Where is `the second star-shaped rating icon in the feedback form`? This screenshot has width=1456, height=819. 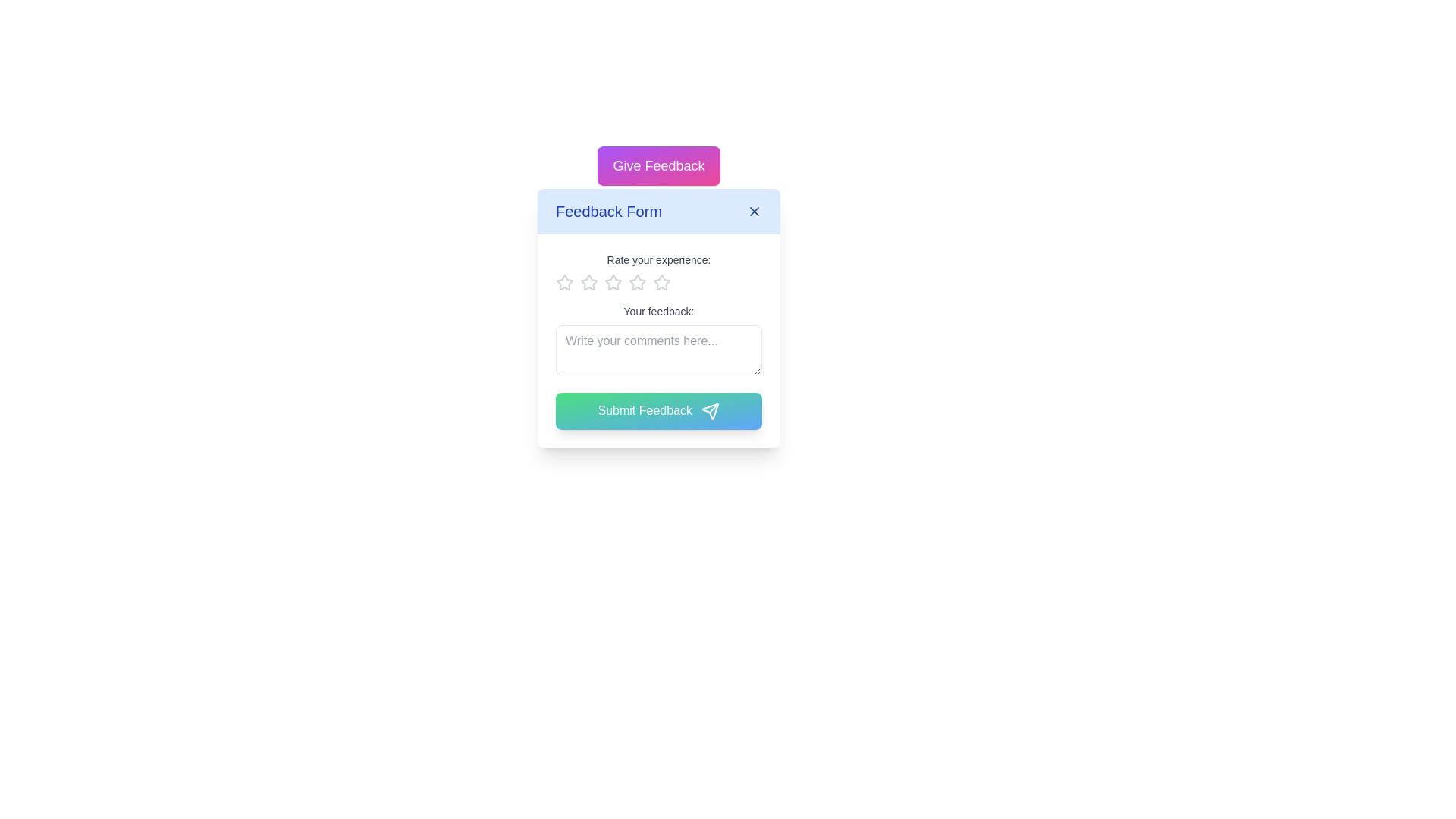
the second star-shaped rating icon in the feedback form is located at coordinates (637, 282).